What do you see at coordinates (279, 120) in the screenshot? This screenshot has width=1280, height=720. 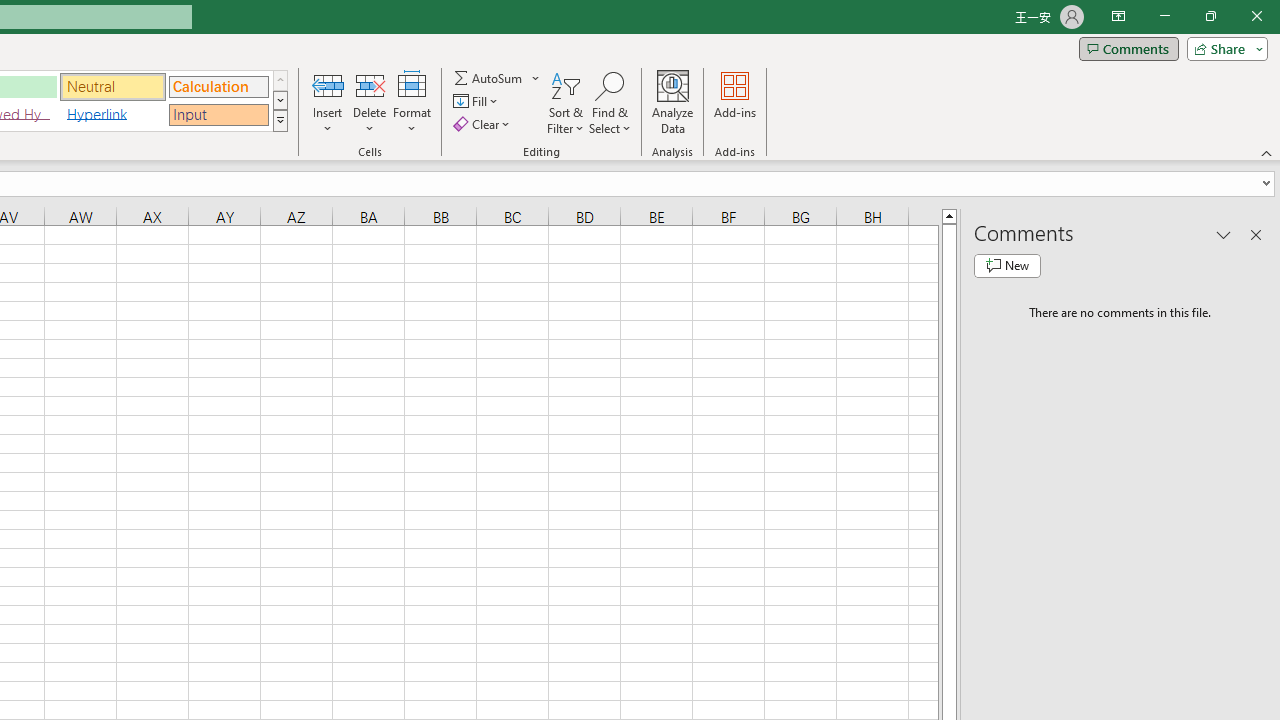 I see `'Class: NetUIImage'` at bounding box center [279, 120].